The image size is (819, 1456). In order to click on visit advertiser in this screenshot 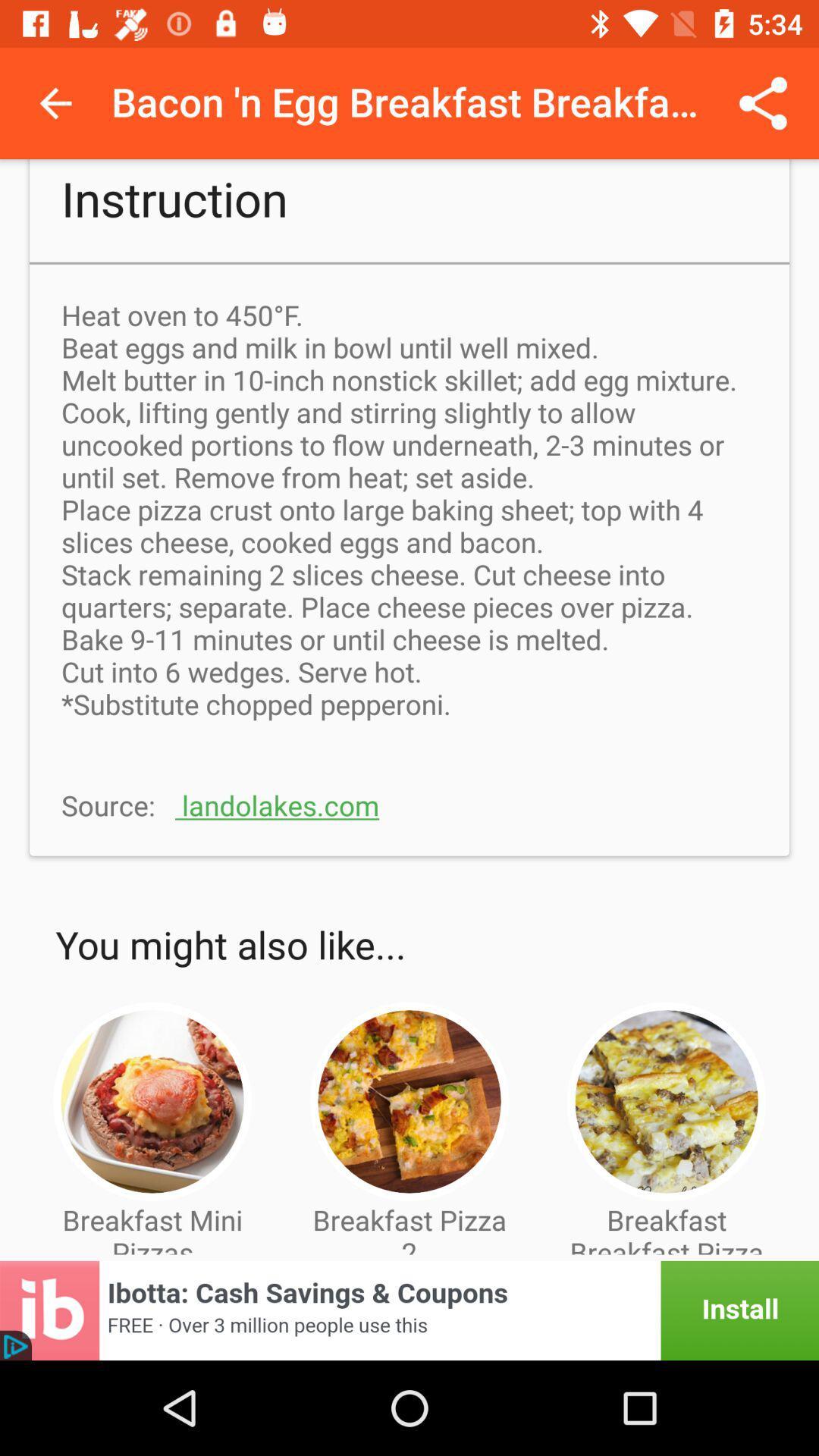, I will do `click(409, 1310)`.